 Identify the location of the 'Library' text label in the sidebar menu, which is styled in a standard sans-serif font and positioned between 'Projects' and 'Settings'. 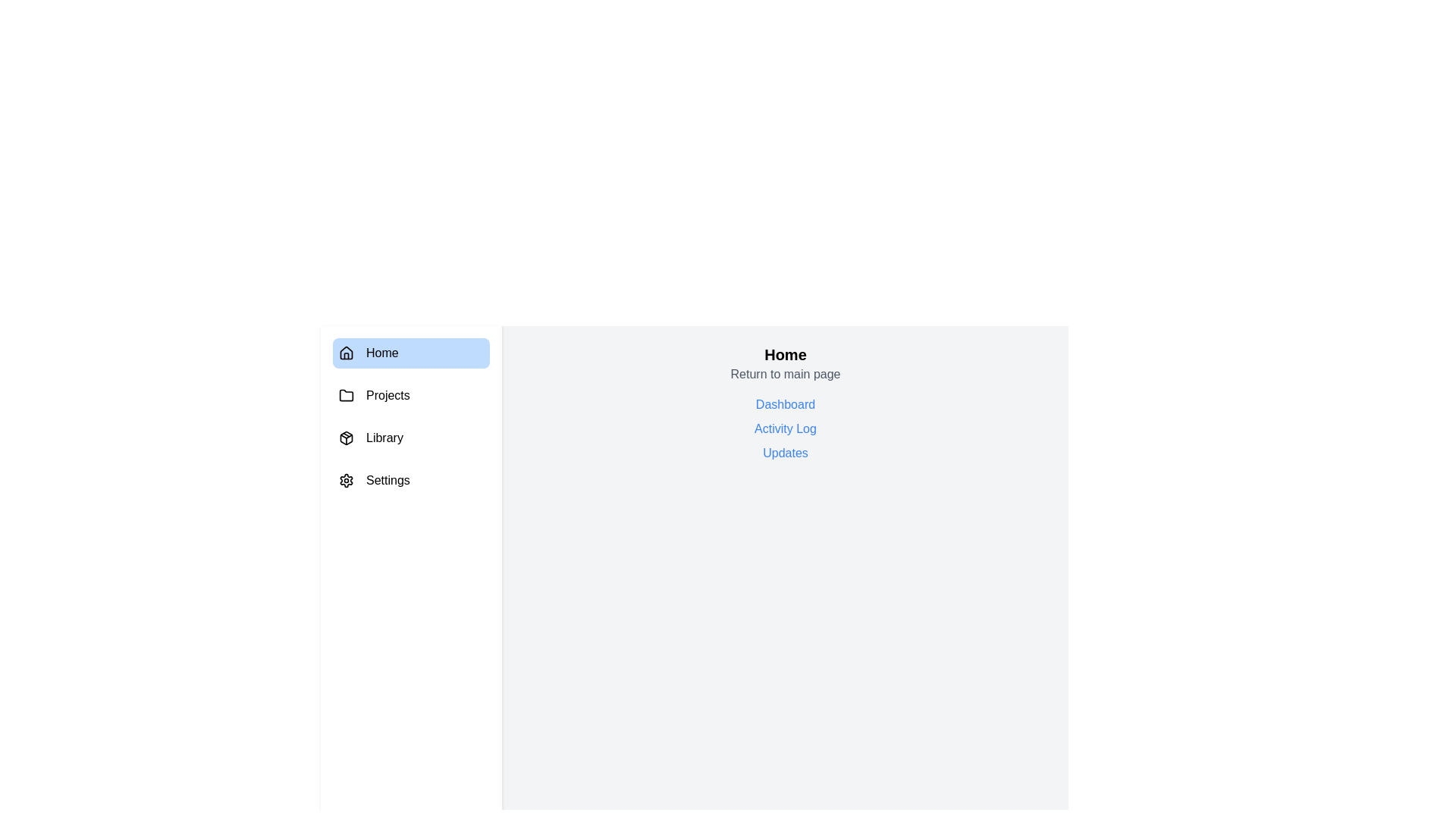
(384, 438).